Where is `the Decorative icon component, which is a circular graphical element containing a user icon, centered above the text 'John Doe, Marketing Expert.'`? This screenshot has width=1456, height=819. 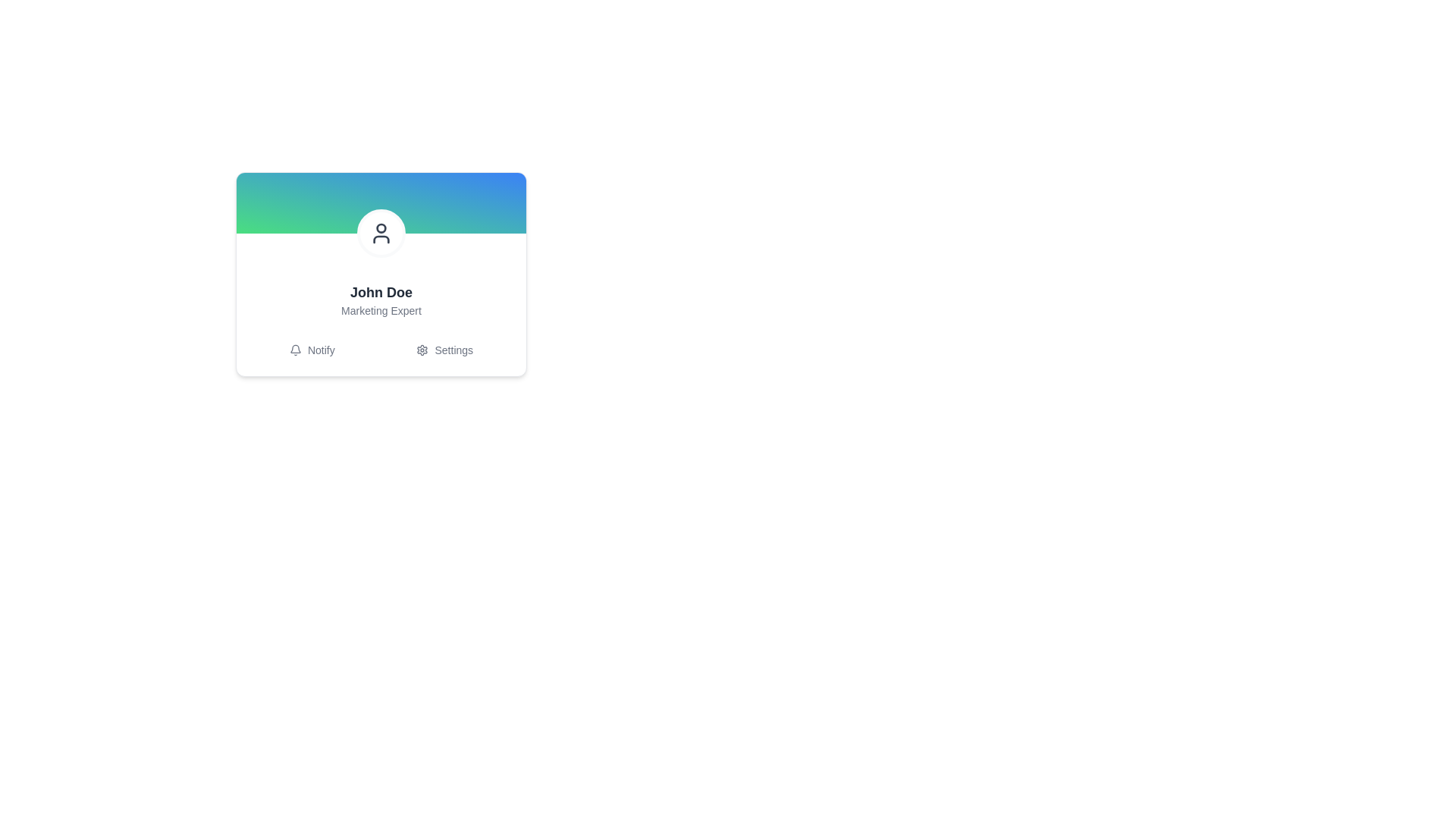
the Decorative icon component, which is a circular graphical element containing a user icon, centered above the text 'John Doe, Marketing Expert.' is located at coordinates (381, 234).